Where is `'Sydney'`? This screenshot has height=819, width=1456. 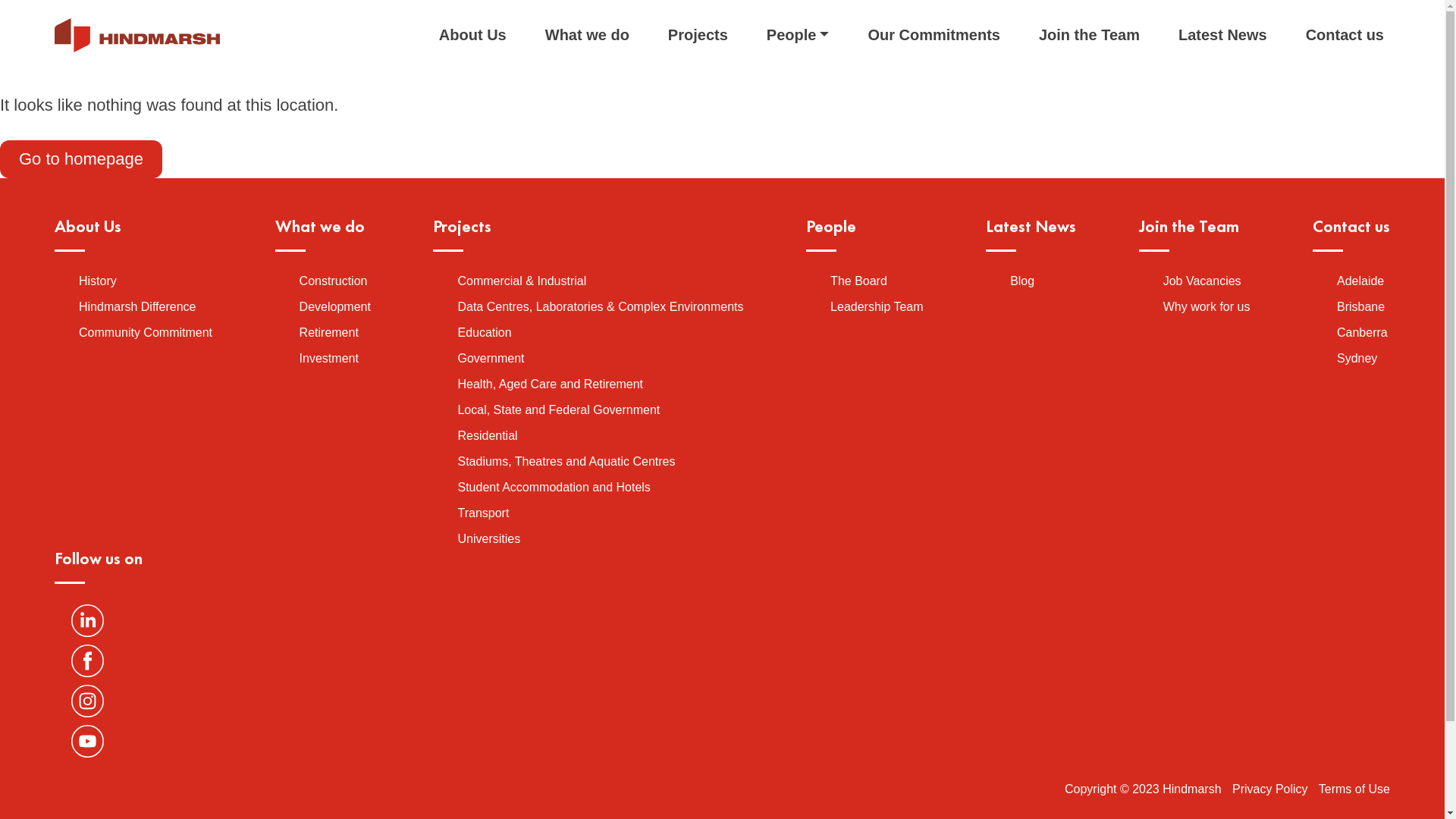 'Sydney' is located at coordinates (1357, 358).